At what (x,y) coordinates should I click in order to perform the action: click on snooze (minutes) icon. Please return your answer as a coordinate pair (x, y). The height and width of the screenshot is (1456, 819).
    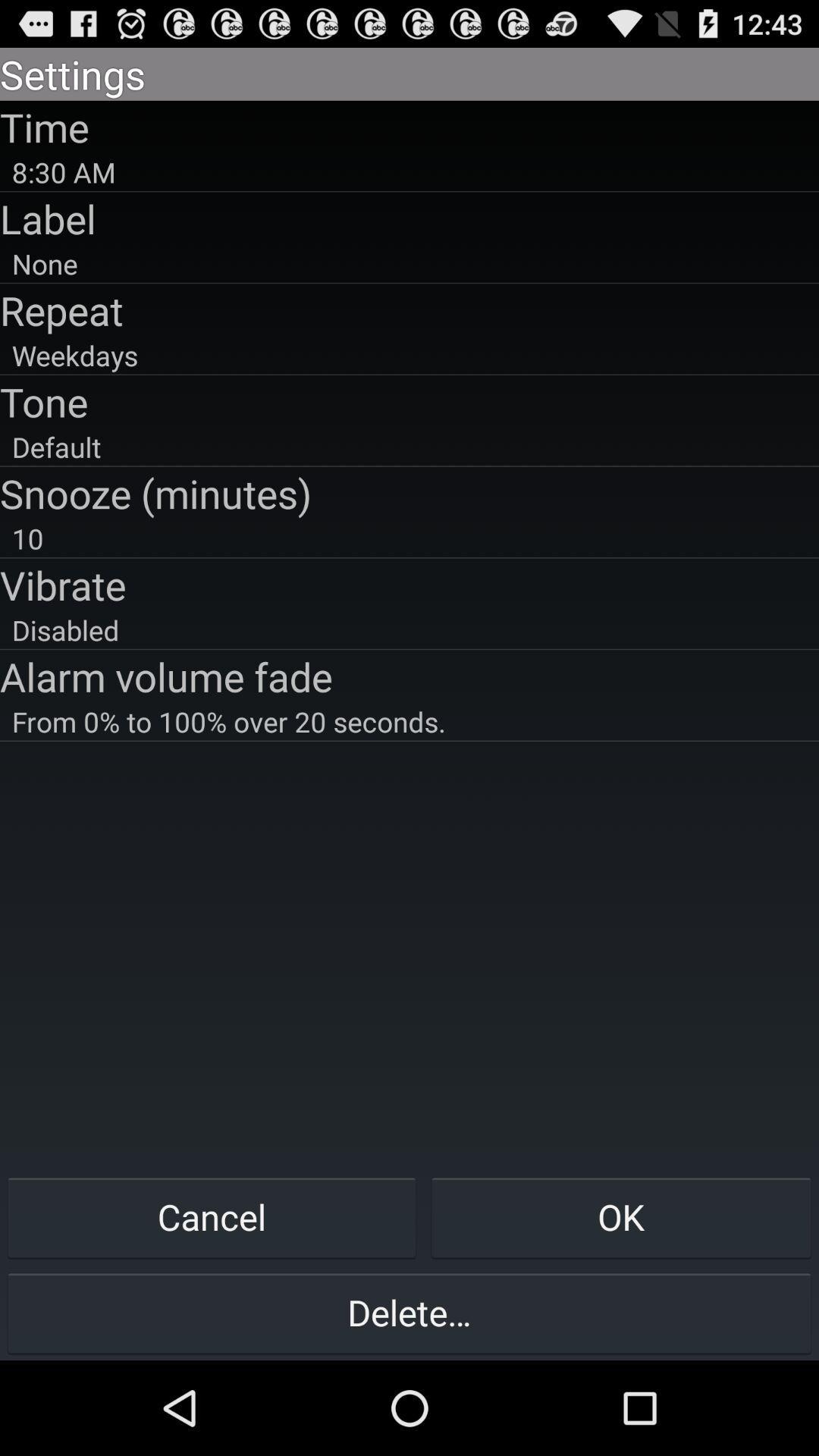
    Looking at the image, I should click on (409, 493).